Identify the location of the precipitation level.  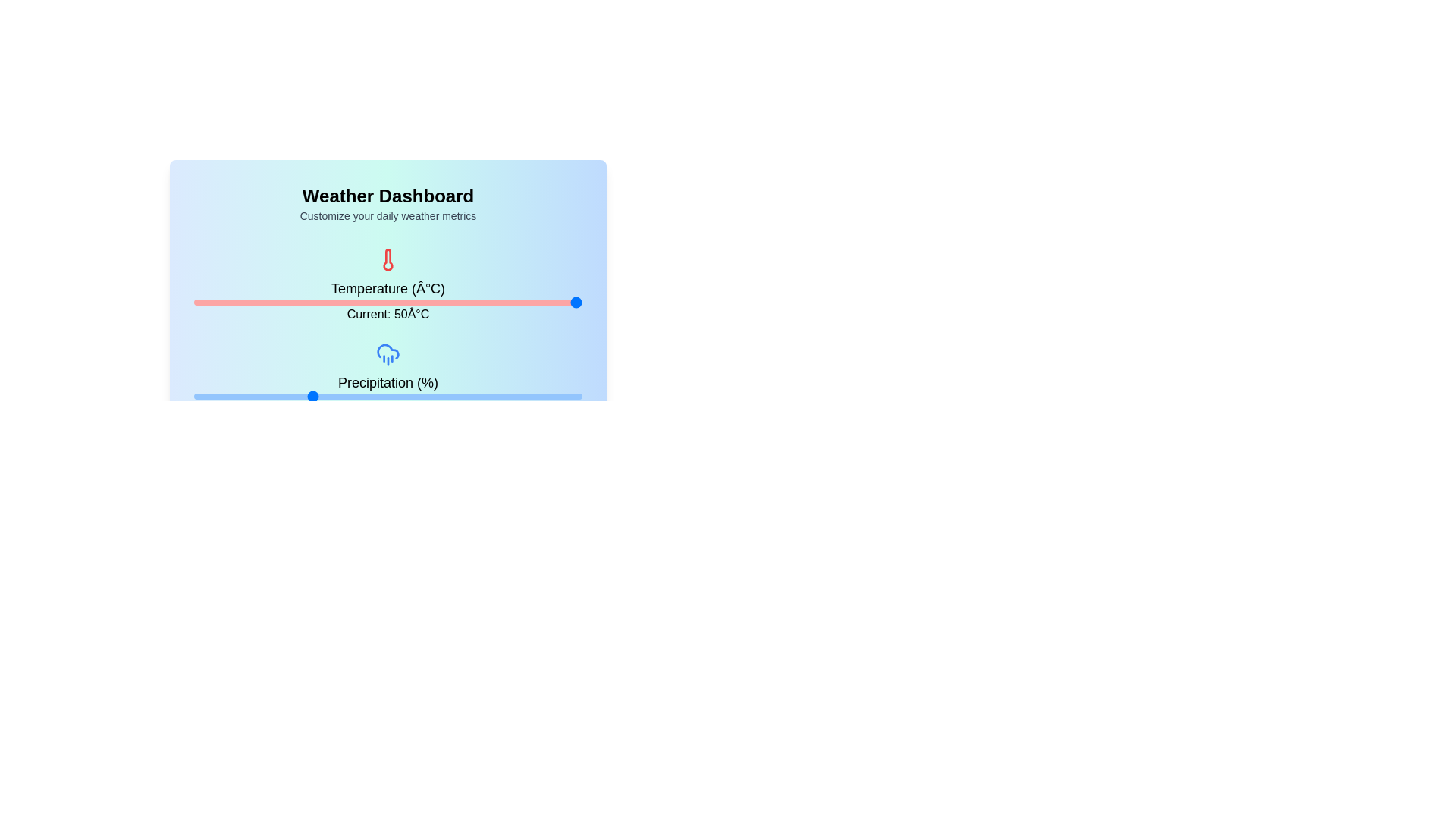
(472, 396).